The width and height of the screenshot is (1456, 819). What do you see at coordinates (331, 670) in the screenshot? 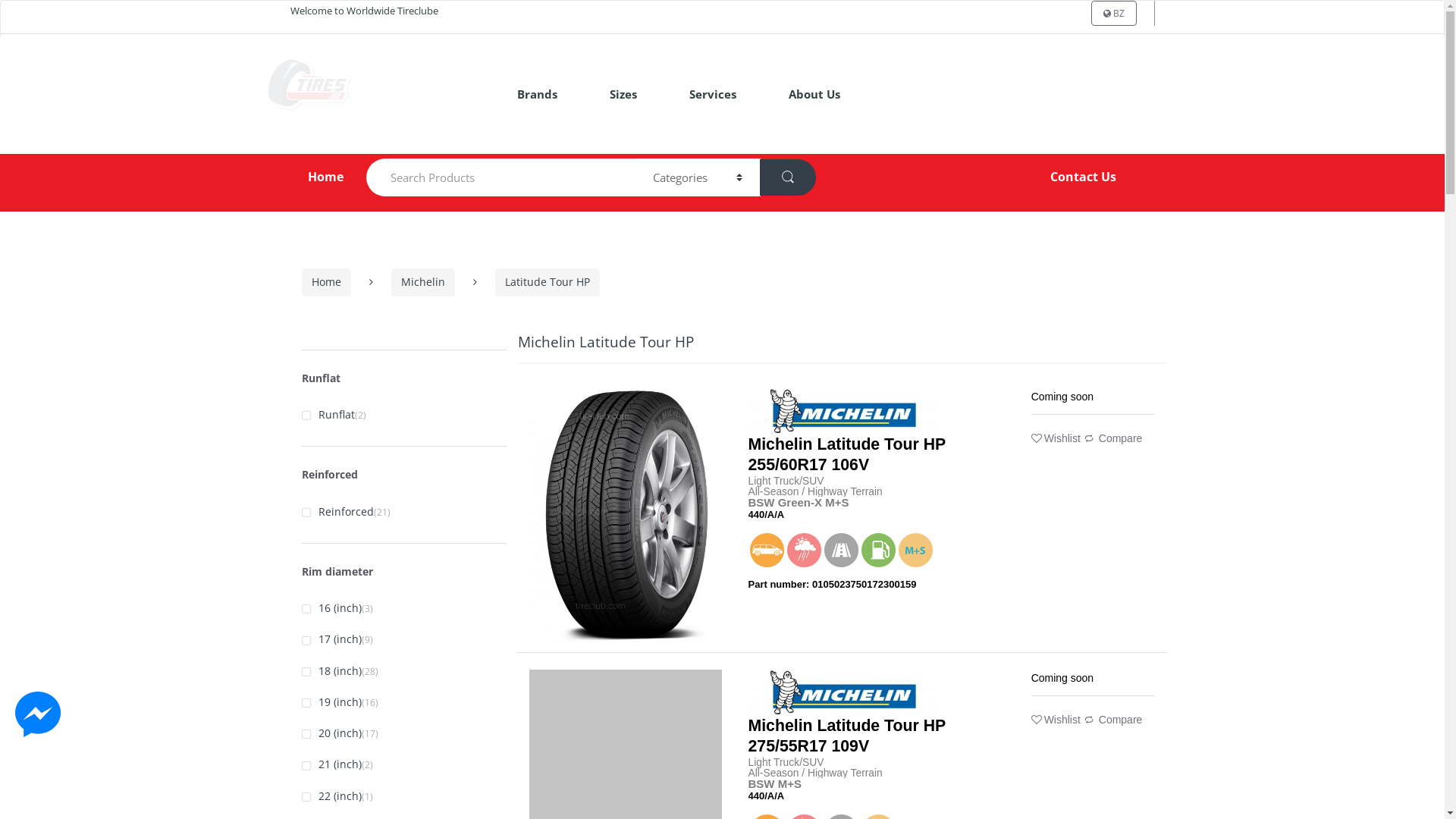
I see `'18 (inch)'` at bounding box center [331, 670].